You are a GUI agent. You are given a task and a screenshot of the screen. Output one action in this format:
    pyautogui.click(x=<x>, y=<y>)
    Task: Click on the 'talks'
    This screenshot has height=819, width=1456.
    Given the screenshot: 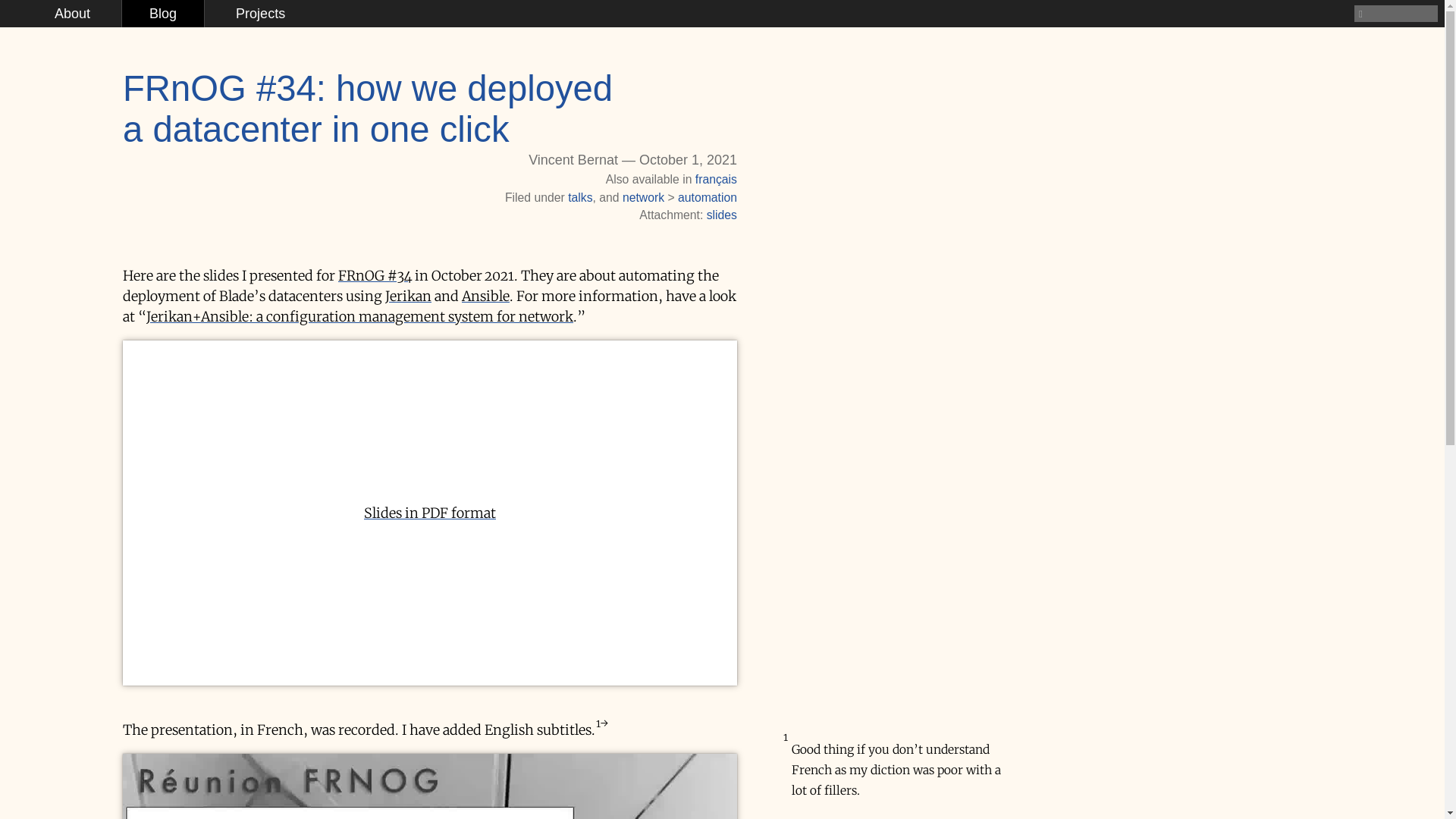 What is the action you would take?
    pyautogui.click(x=579, y=196)
    